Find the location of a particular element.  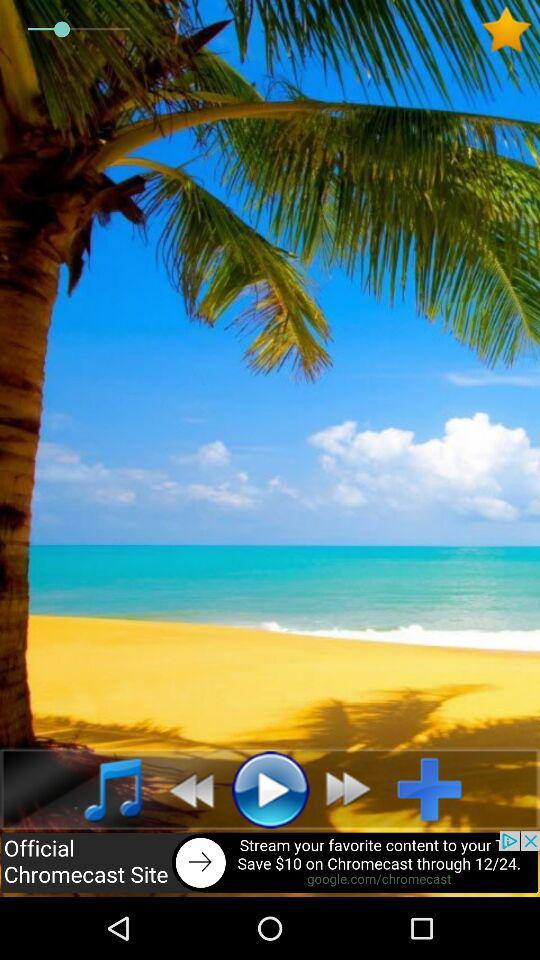

go back is located at coordinates (185, 789).